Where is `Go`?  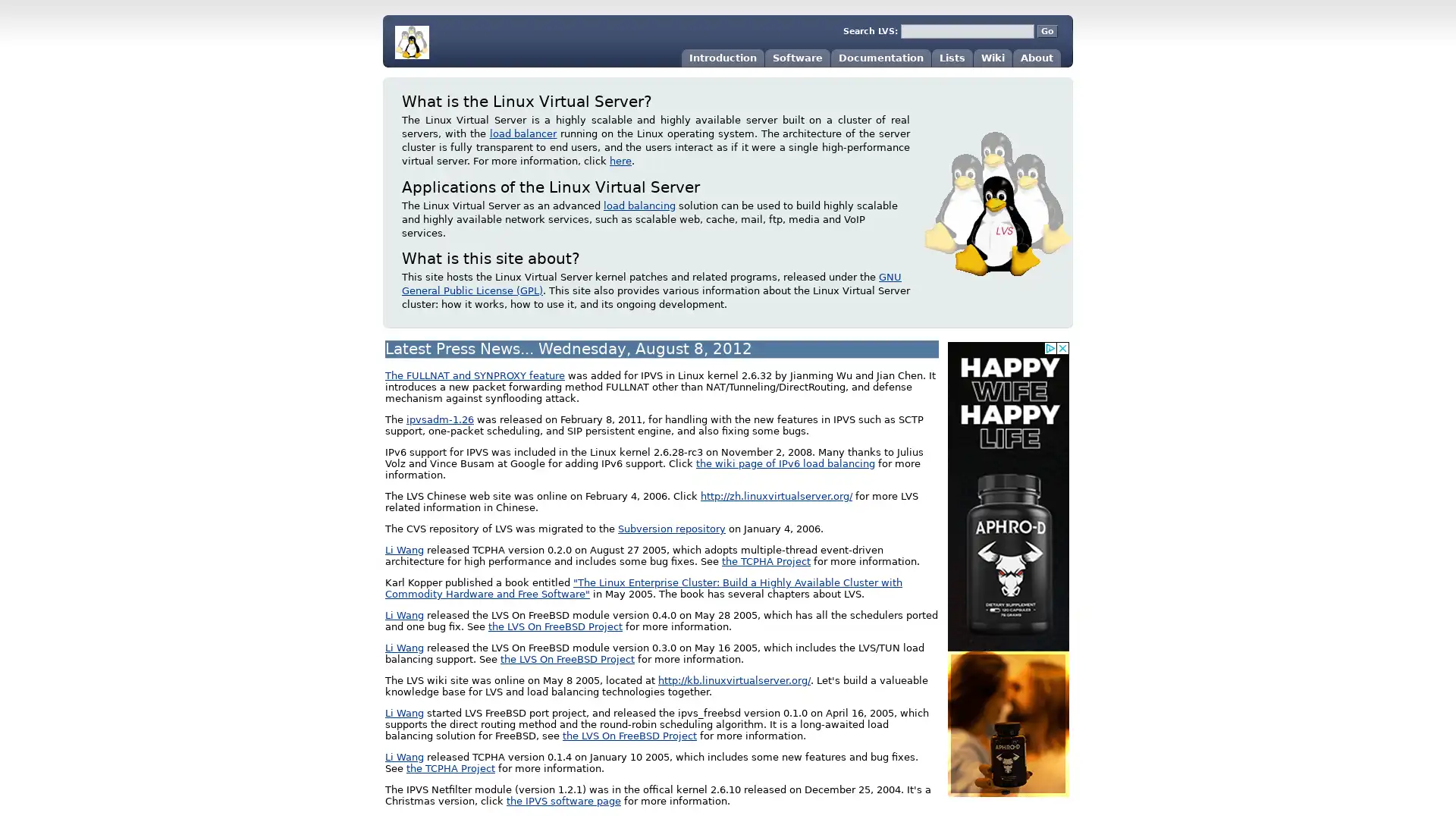
Go is located at coordinates (1046, 31).